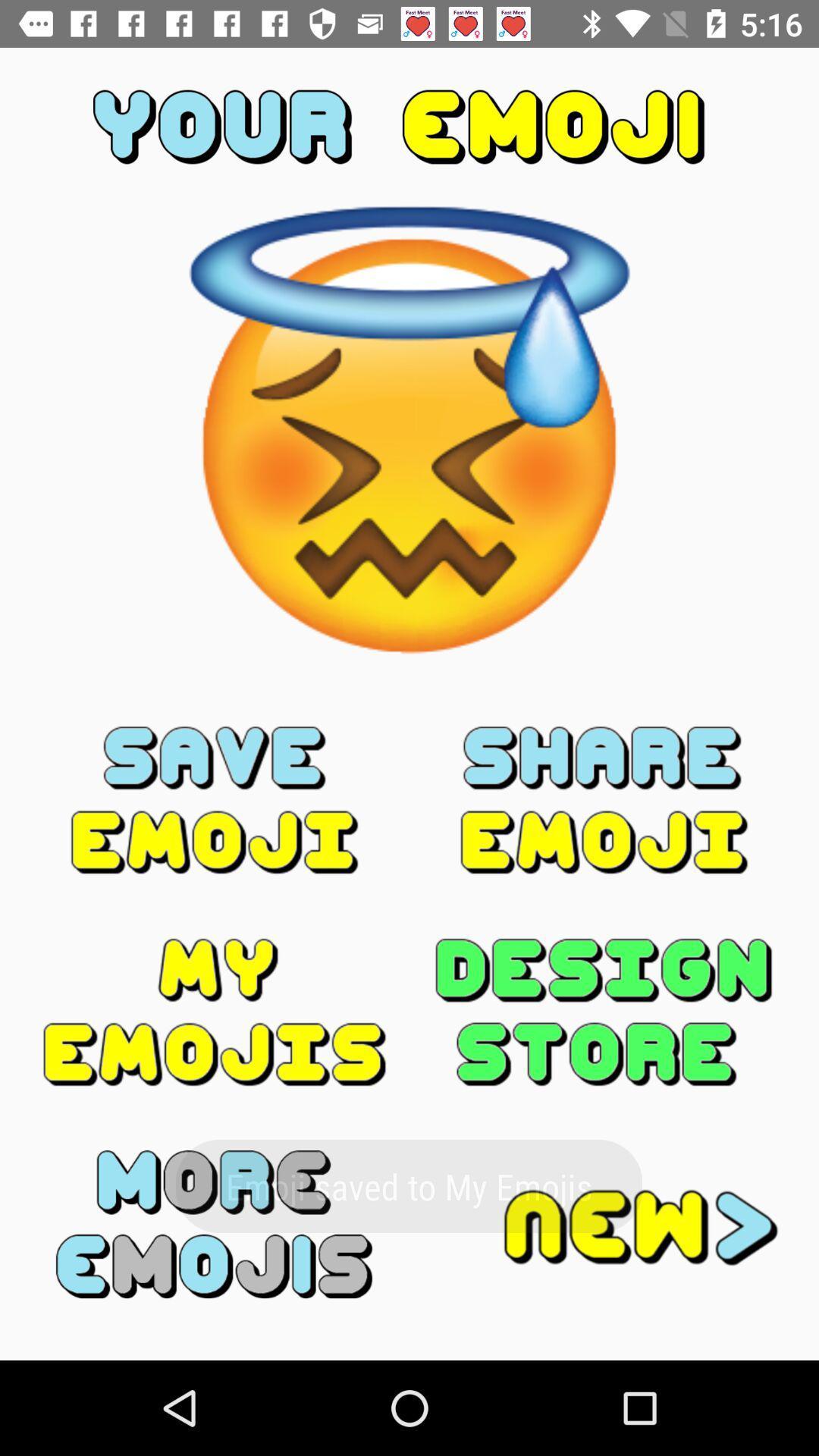 The width and height of the screenshot is (819, 1456). What do you see at coordinates (215, 1224) in the screenshot?
I see `emoji image` at bounding box center [215, 1224].